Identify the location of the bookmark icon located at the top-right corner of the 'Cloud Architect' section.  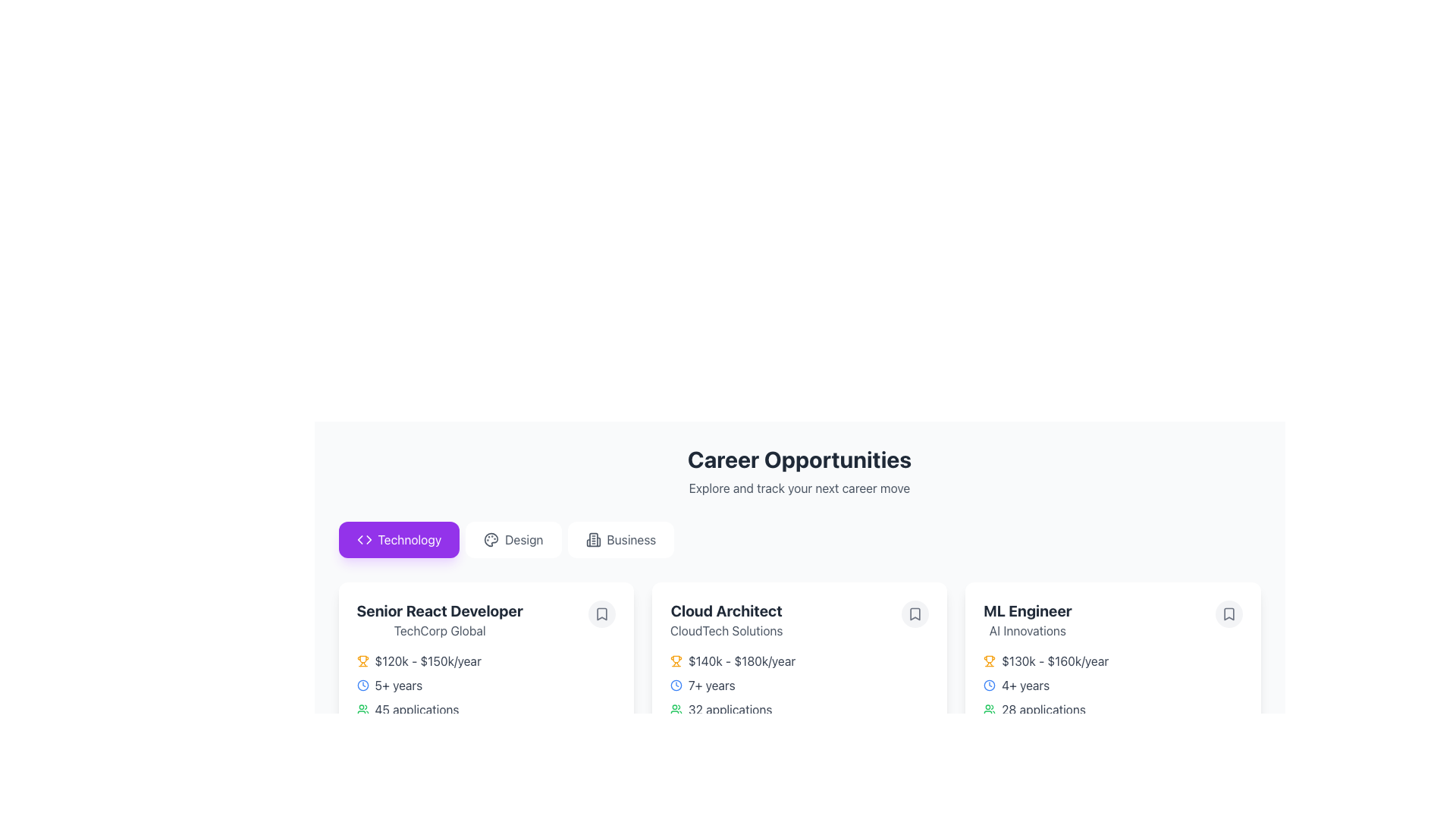
(915, 614).